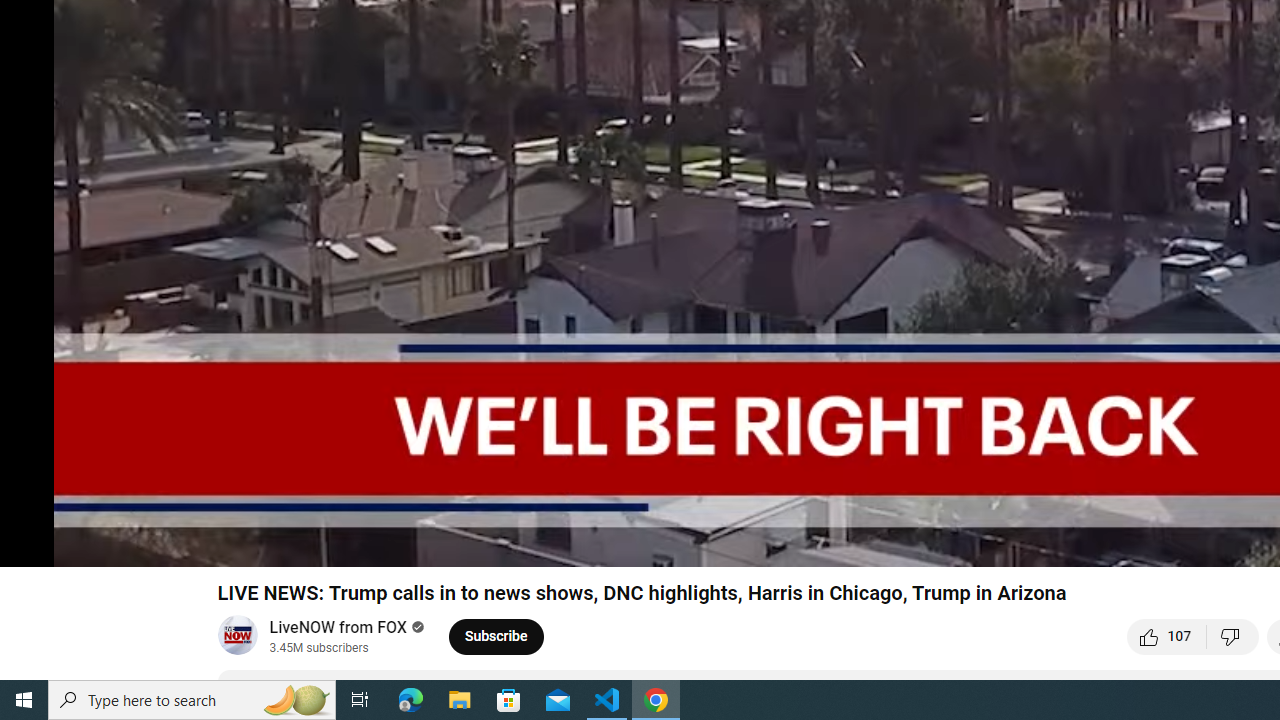 Image resolution: width=1280 pixels, height=720 pixels. I want to click on 'Subscribe to LiveNOW from FOX.', so click(496, 636).